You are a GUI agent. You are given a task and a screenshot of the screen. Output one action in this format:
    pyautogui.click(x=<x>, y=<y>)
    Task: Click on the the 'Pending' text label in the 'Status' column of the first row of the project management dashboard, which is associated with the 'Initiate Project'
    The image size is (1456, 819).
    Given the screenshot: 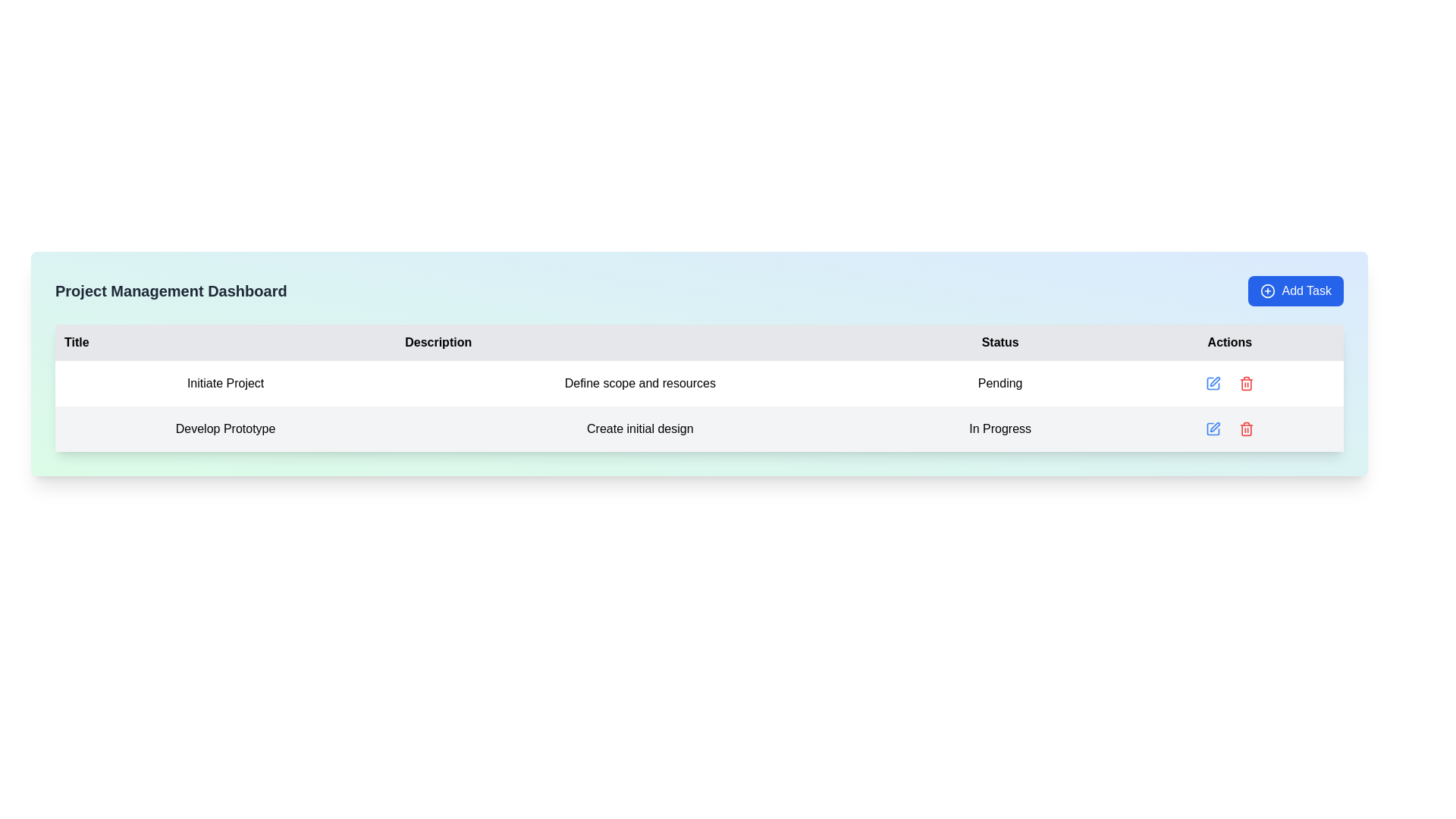 What is the action you would take?
    pyautogui.click(x=1000, y=382)
    